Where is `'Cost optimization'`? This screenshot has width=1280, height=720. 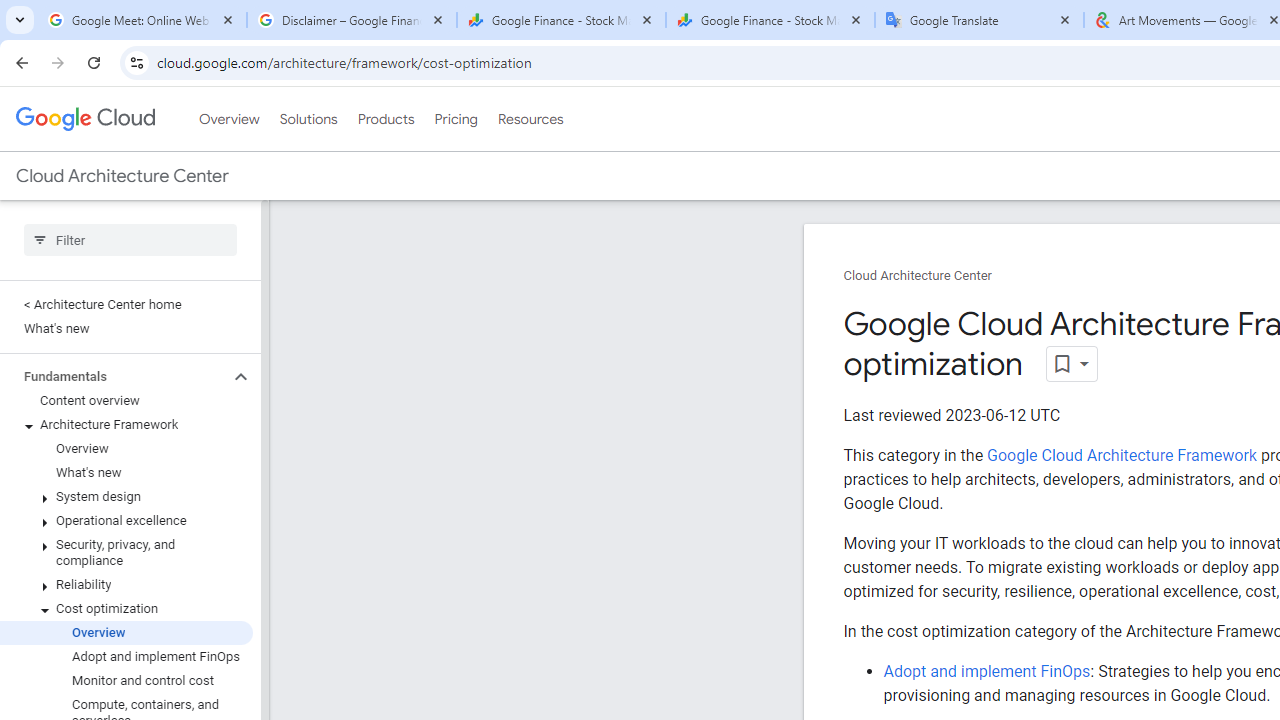 'Cost optimization' is located at coordinates (125, 607).